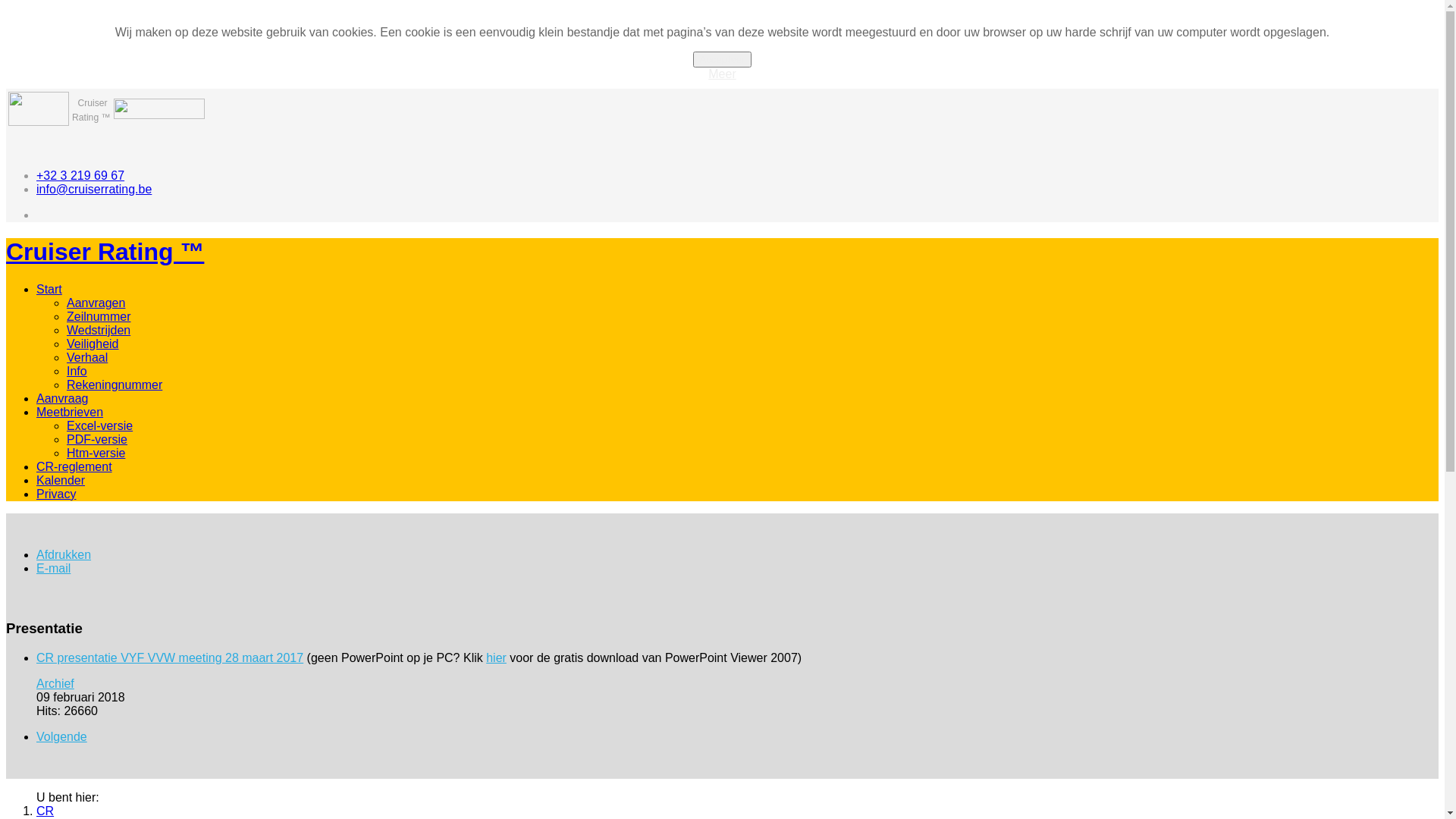 This screenshot has height=819, width=1456. Describe the element at coordinates (76, 371) in the screenshot. I see `'Info'` at that location.